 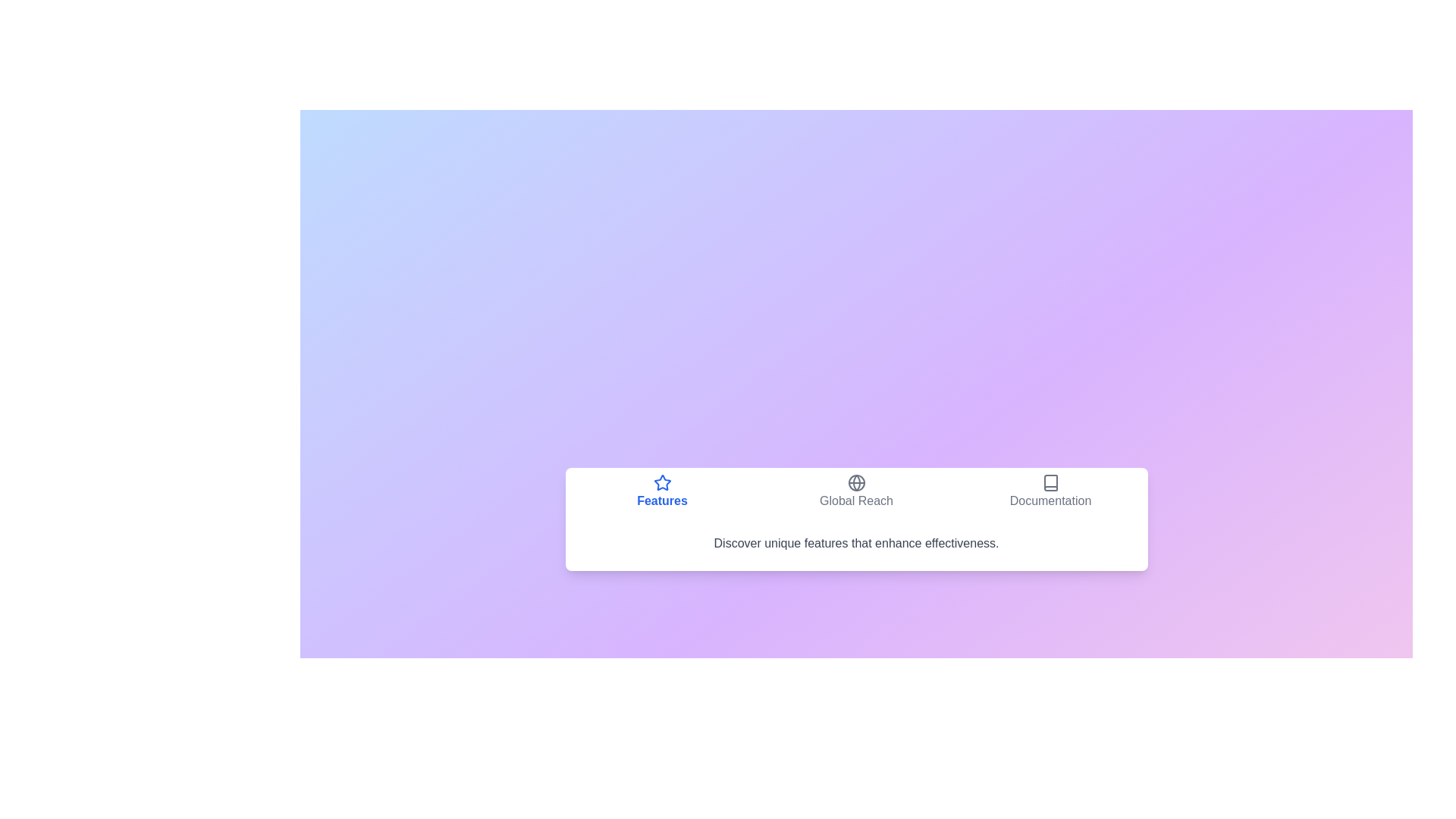 I want to click on the tab button labeled Features to observe the hover effect, so click(x=662, y=491).